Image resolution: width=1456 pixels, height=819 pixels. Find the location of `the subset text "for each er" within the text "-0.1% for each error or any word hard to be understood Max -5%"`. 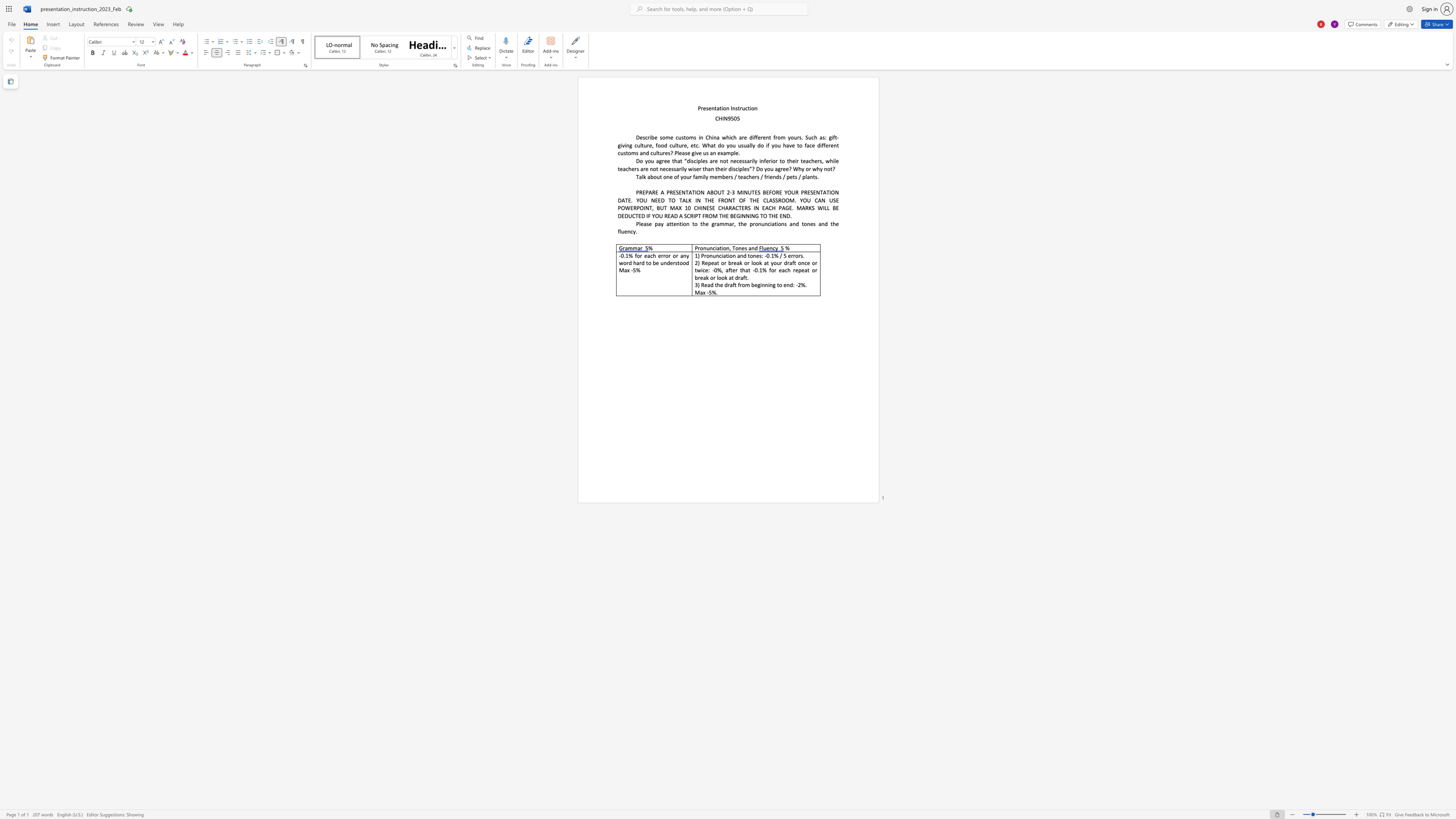

the subset text "for each er" within the text "-0.1% for each error or any word hard to be understood Max -5%" is located at coordinates (635, 255).